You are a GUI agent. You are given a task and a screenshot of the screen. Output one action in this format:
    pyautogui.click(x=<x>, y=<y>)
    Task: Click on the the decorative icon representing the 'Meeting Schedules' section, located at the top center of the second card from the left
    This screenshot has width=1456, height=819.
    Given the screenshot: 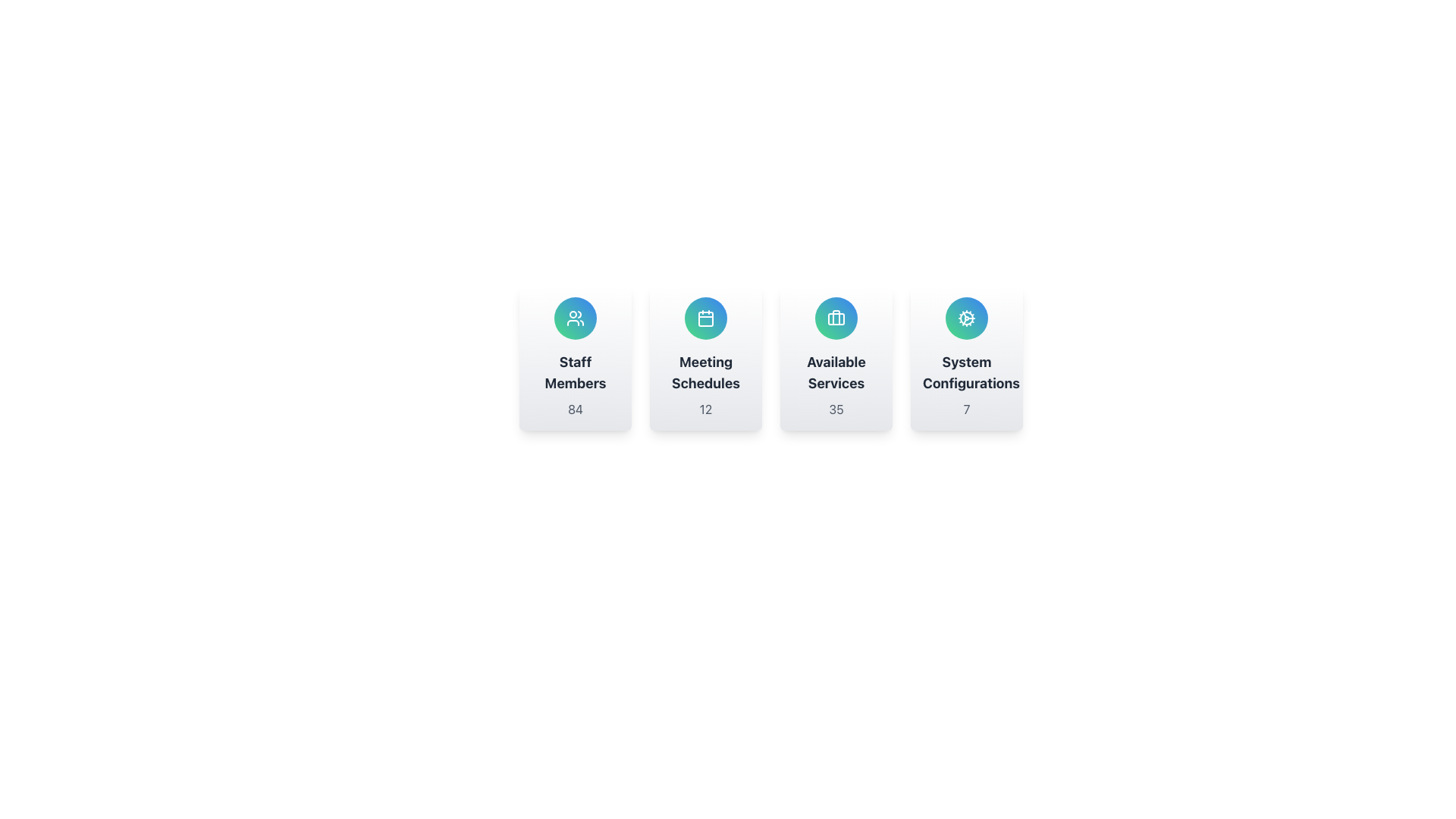 What is the action you would take?
    pyautogui.click(x=705, y=318)
    